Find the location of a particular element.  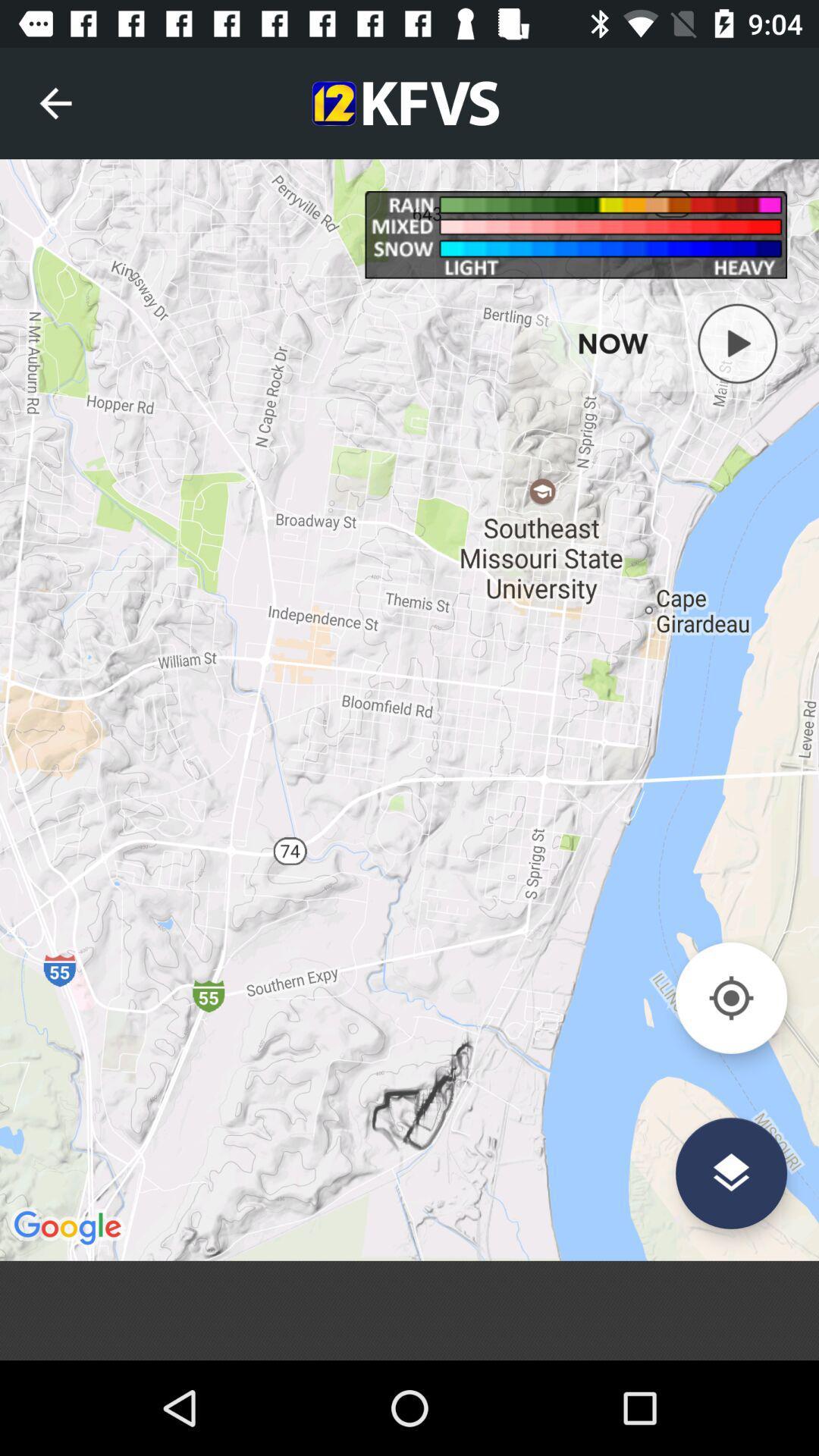

location button is located at coordinates (730, 998).